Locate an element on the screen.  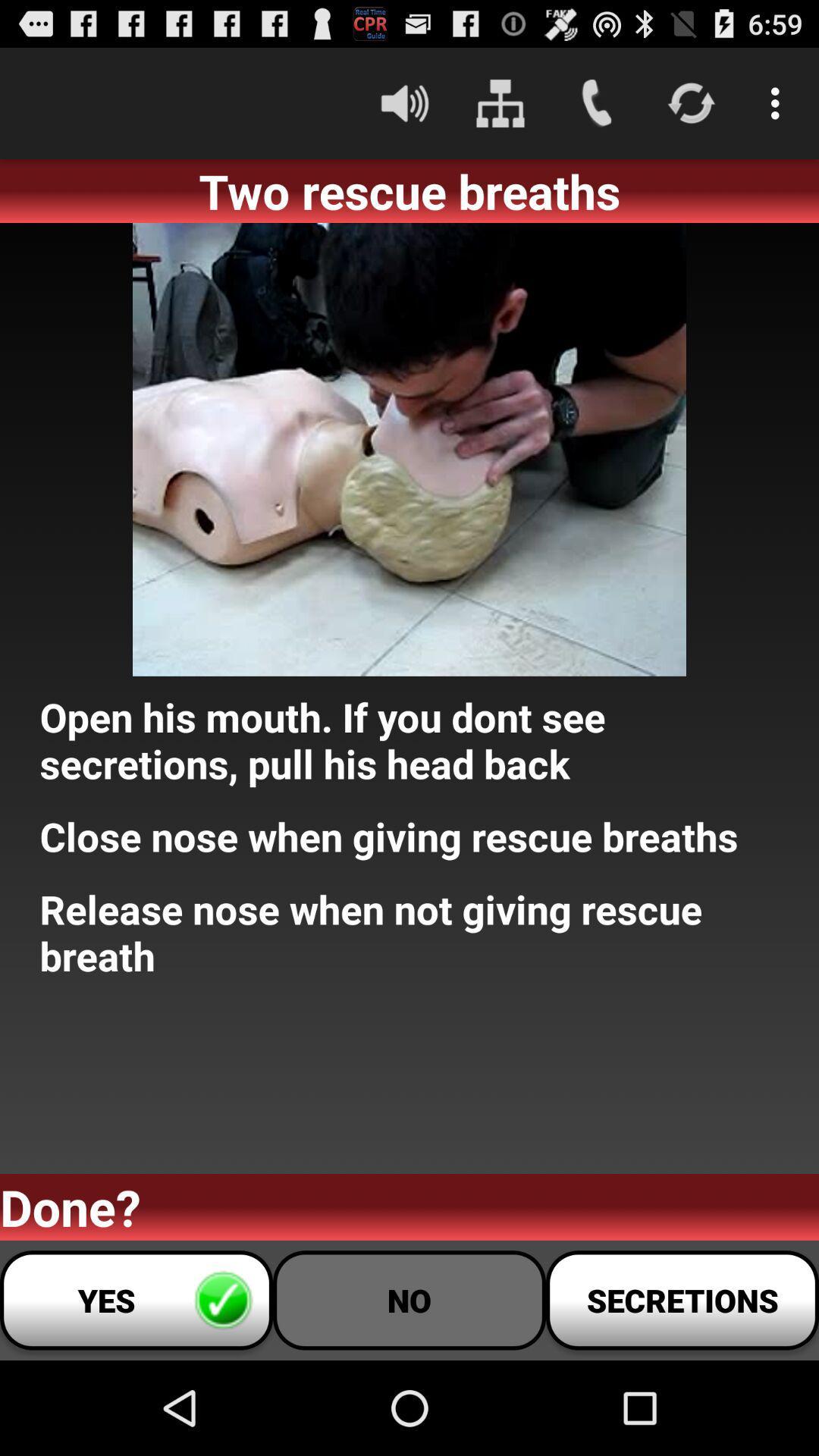
the icon next to yes button is located at coordinates (409, 1299).